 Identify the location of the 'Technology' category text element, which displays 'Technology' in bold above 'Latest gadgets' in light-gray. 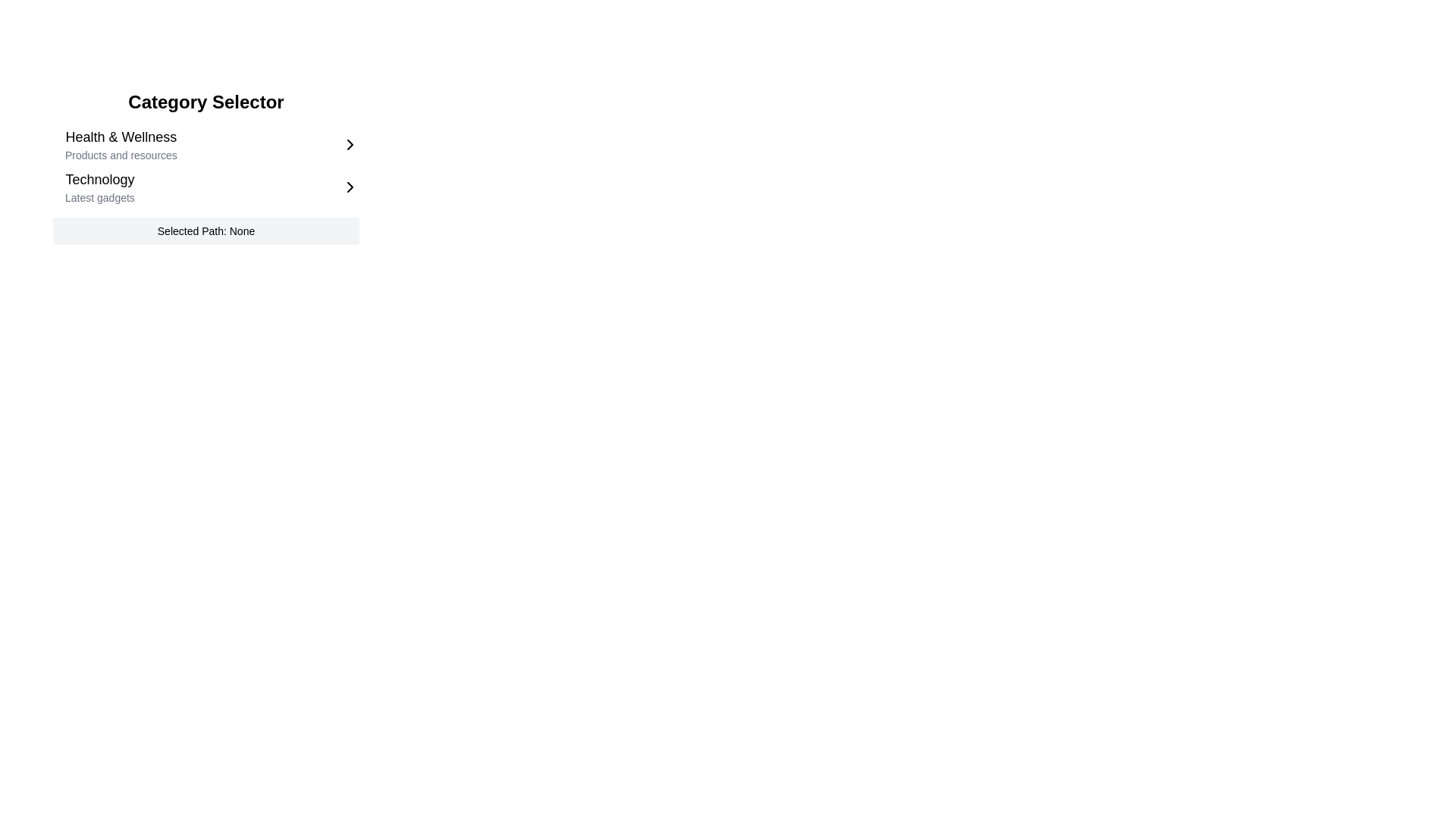
(99, 186).